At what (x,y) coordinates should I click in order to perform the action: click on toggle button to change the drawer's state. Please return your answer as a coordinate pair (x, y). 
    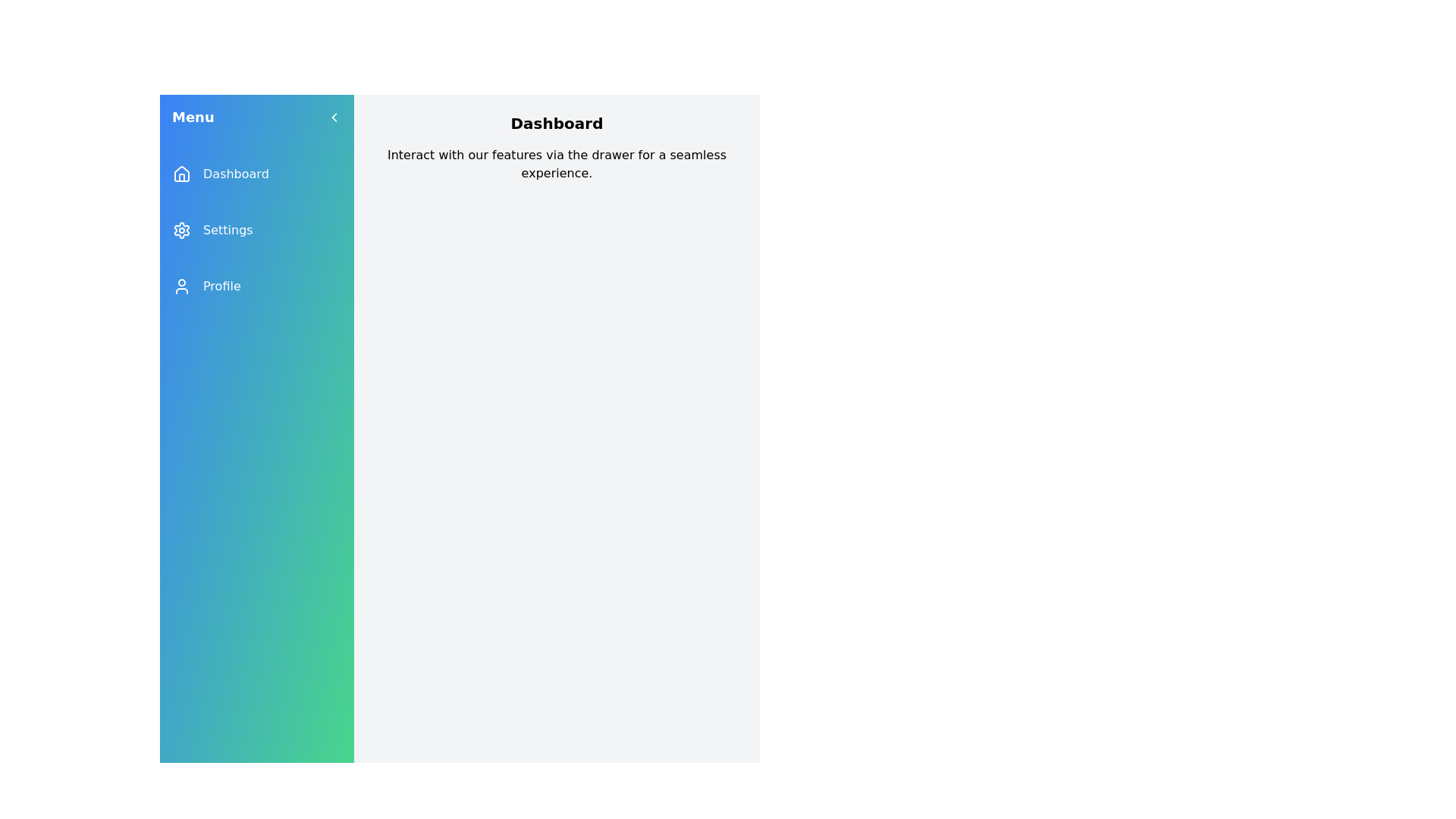
    Looking at the image, I should click on (334, 116).